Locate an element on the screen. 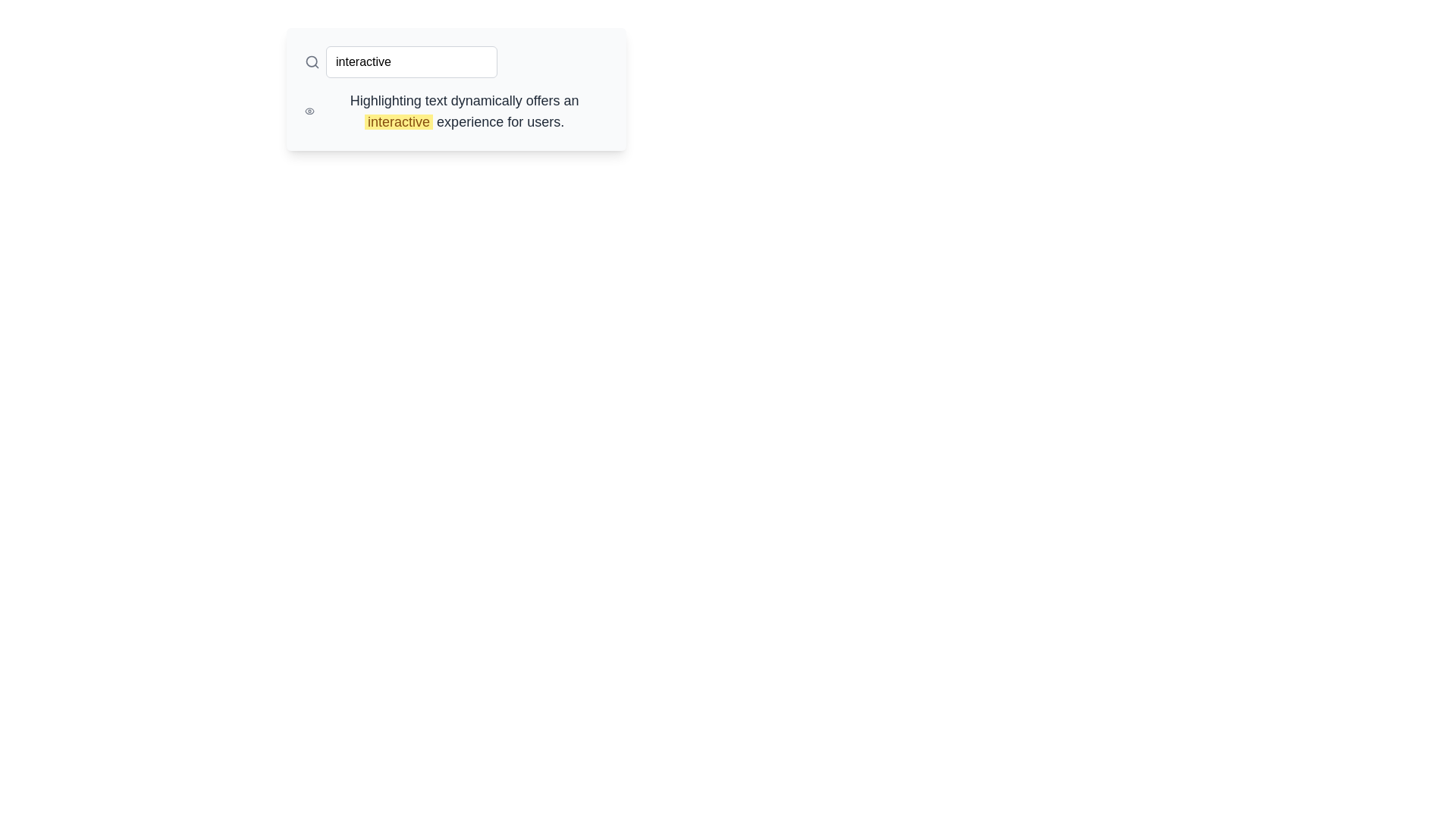 This screenshot has height=819, width=1456. the small circular vector graphic representing the lens of the magnifying glass in the search icon, located adjacent to the input field is located at coordinates (311, 61).